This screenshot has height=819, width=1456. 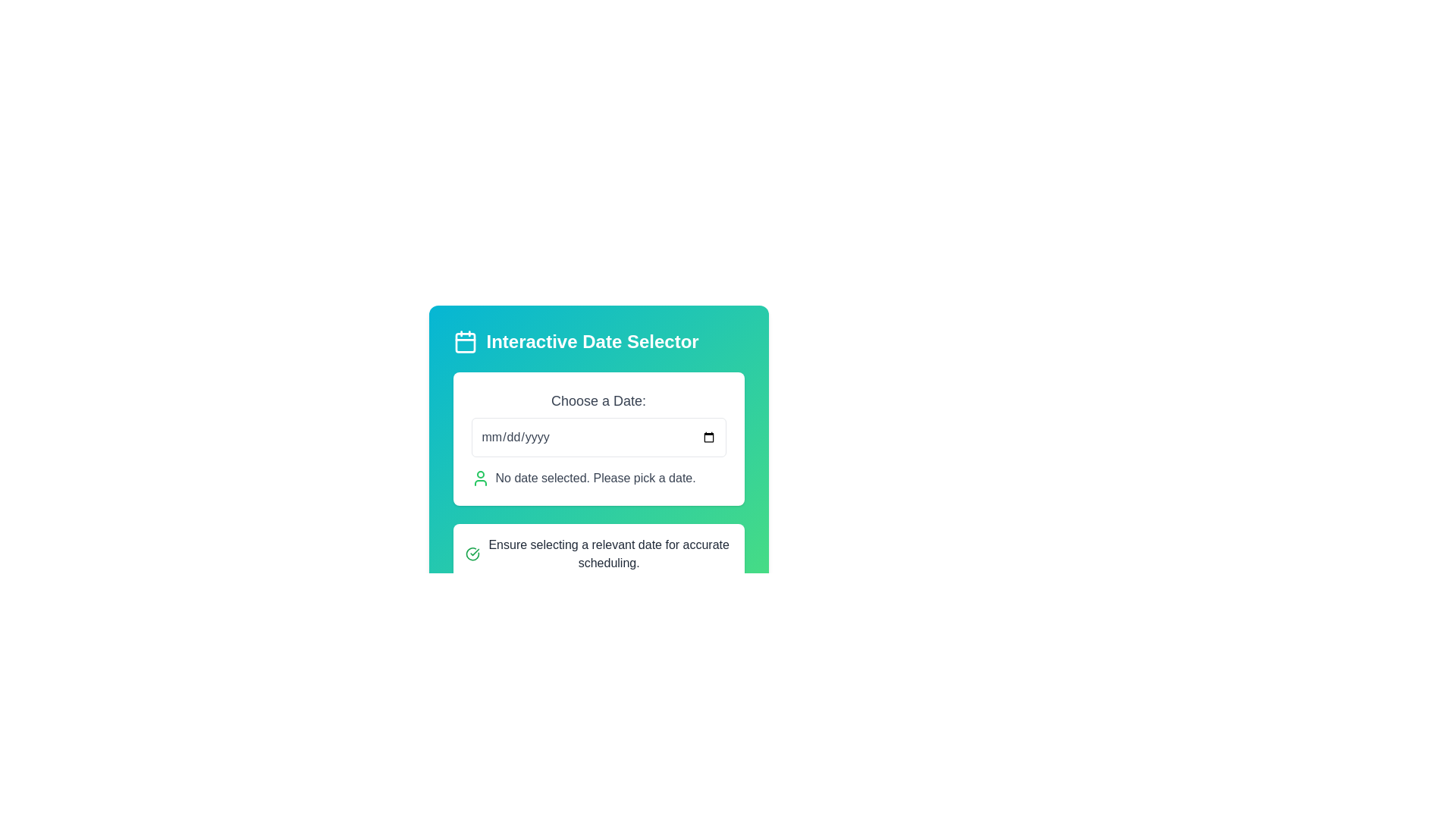 What do you see at coordinates (464, 343) in the screenshot?
I see `the central square background element of the calendar icon, which is located near the top-left corner of the interface, above the 'Interactive Date Selector' module` at bounding box center [464, 343].